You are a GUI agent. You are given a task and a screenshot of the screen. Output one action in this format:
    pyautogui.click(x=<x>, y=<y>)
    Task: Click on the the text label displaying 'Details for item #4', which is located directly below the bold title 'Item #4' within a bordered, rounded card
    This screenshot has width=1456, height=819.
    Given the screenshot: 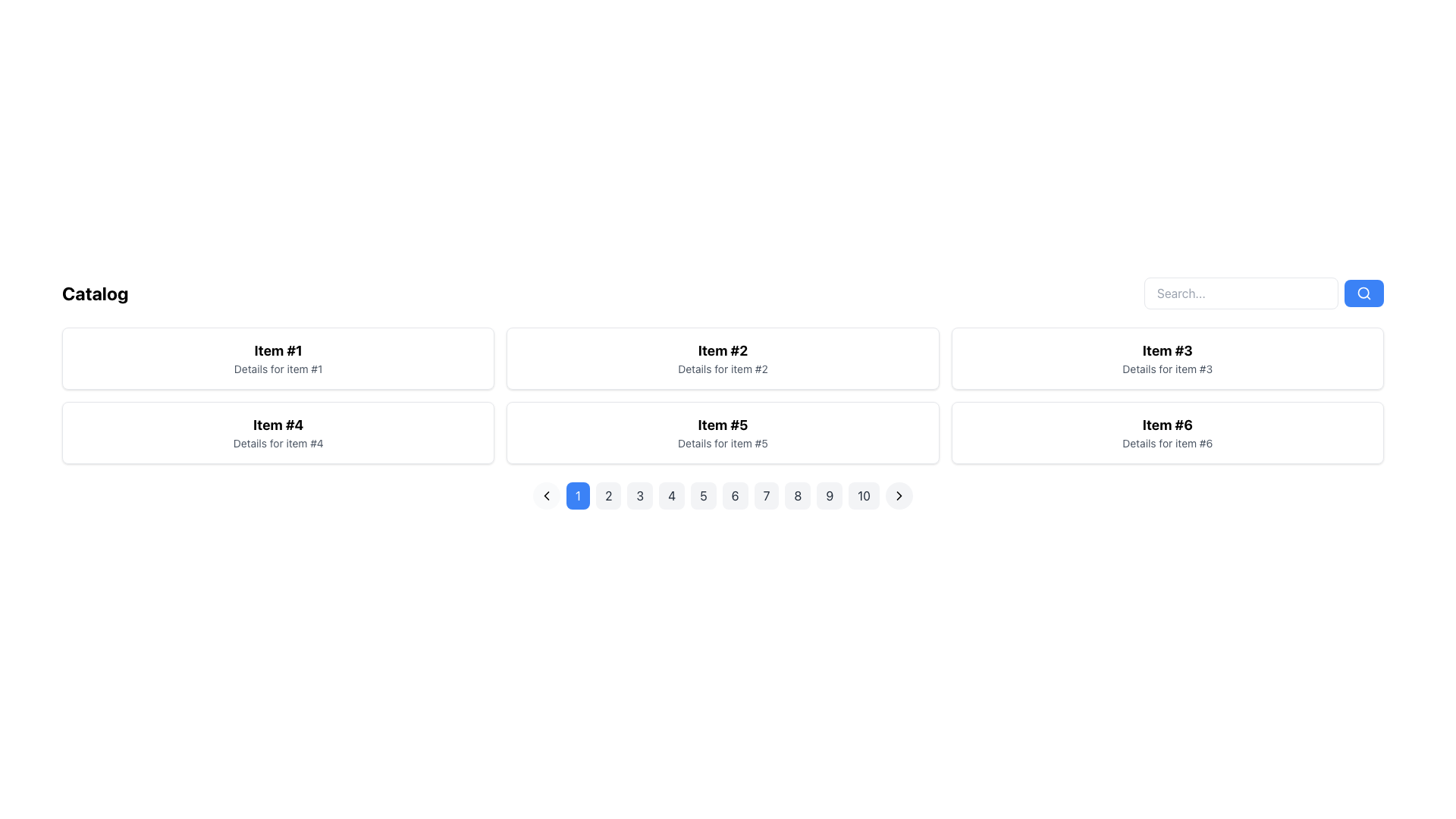 What is the action you would take?
    pyautogui.click(x=278, y=444)
    